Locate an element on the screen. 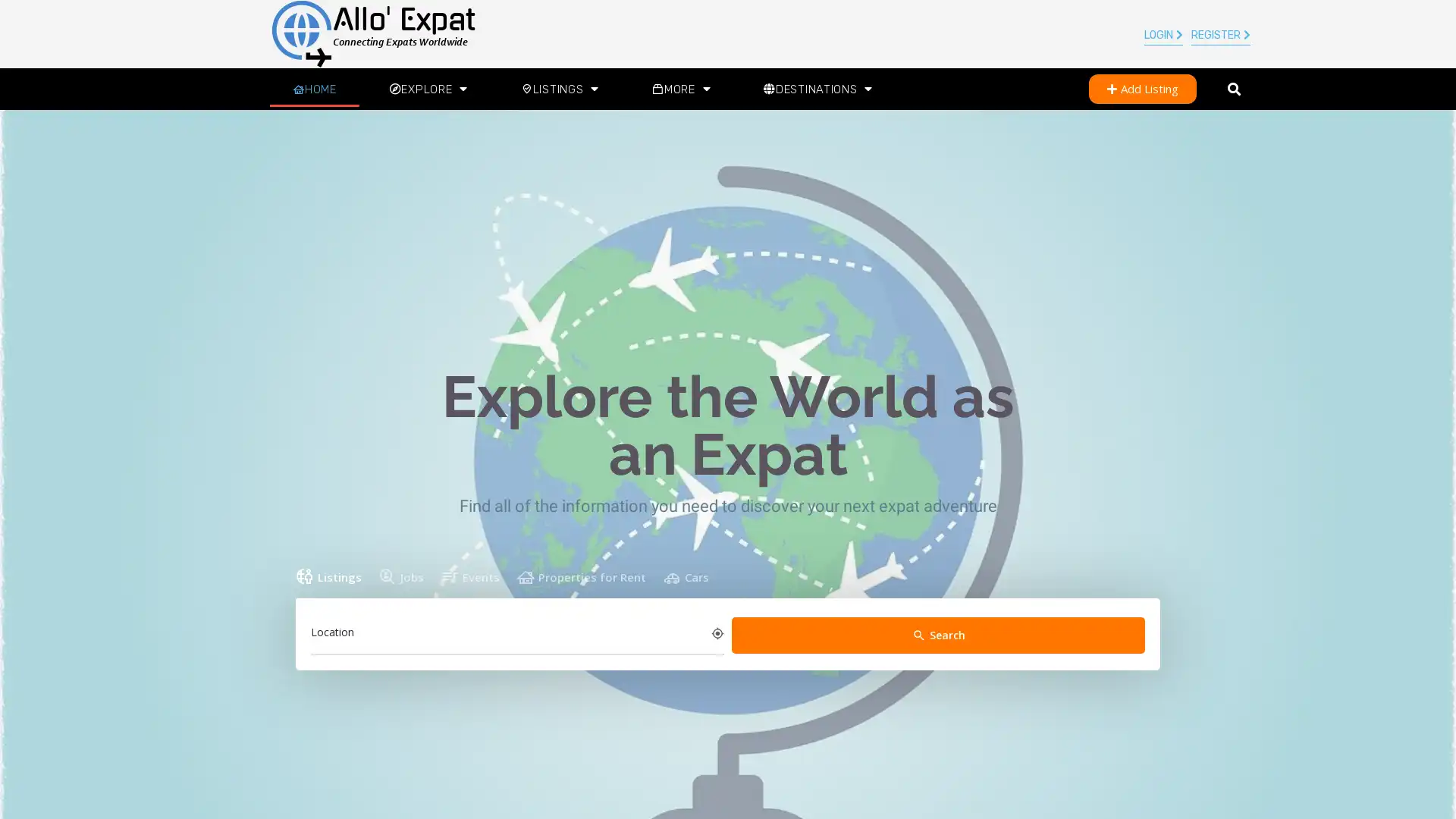 The image size is (1456, 819). LOGIN is located at coordinates (1162, 35).